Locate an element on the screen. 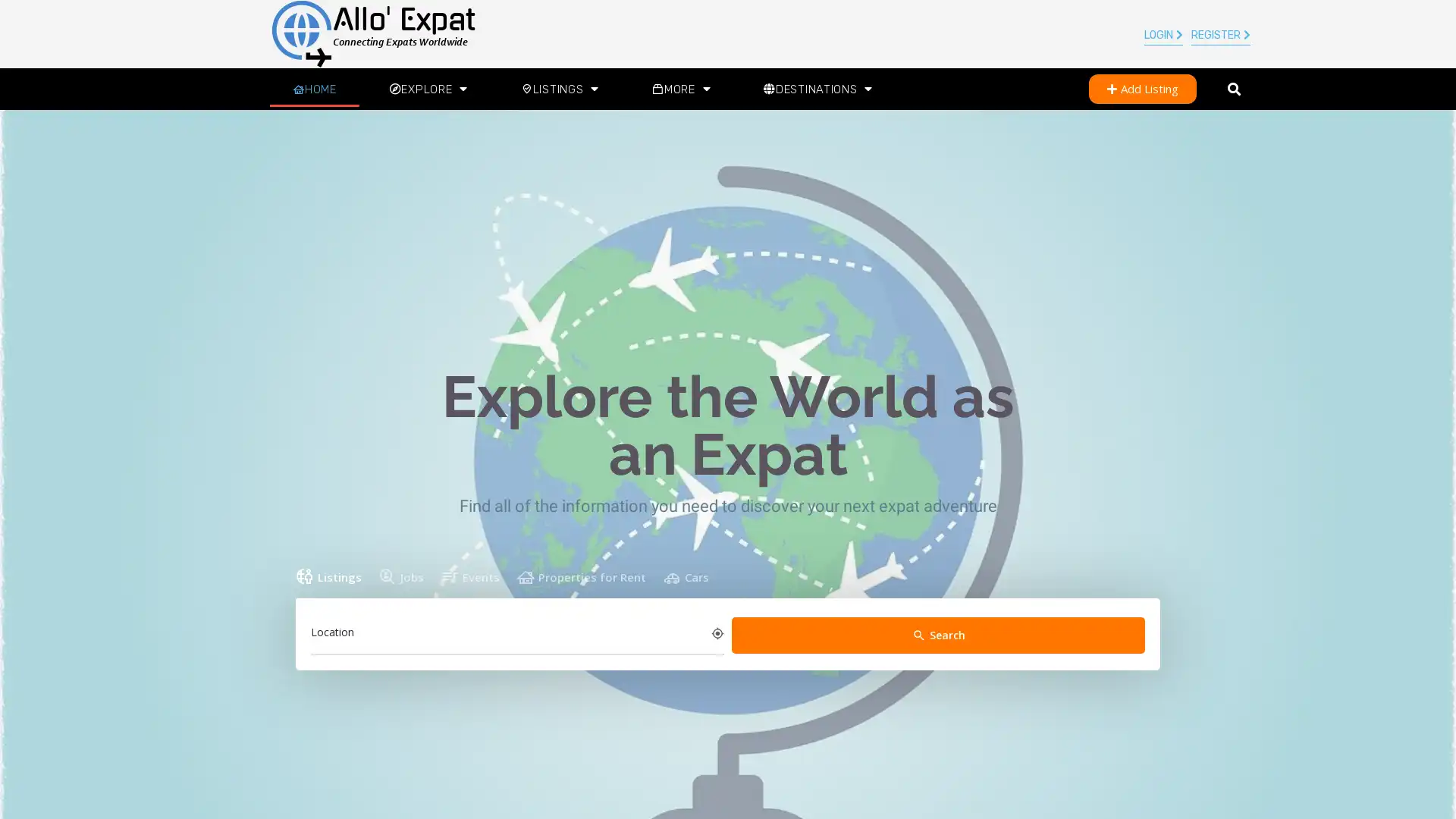 The image size is (1456, 819). LOGIN is located at coordinates (1162, 35).